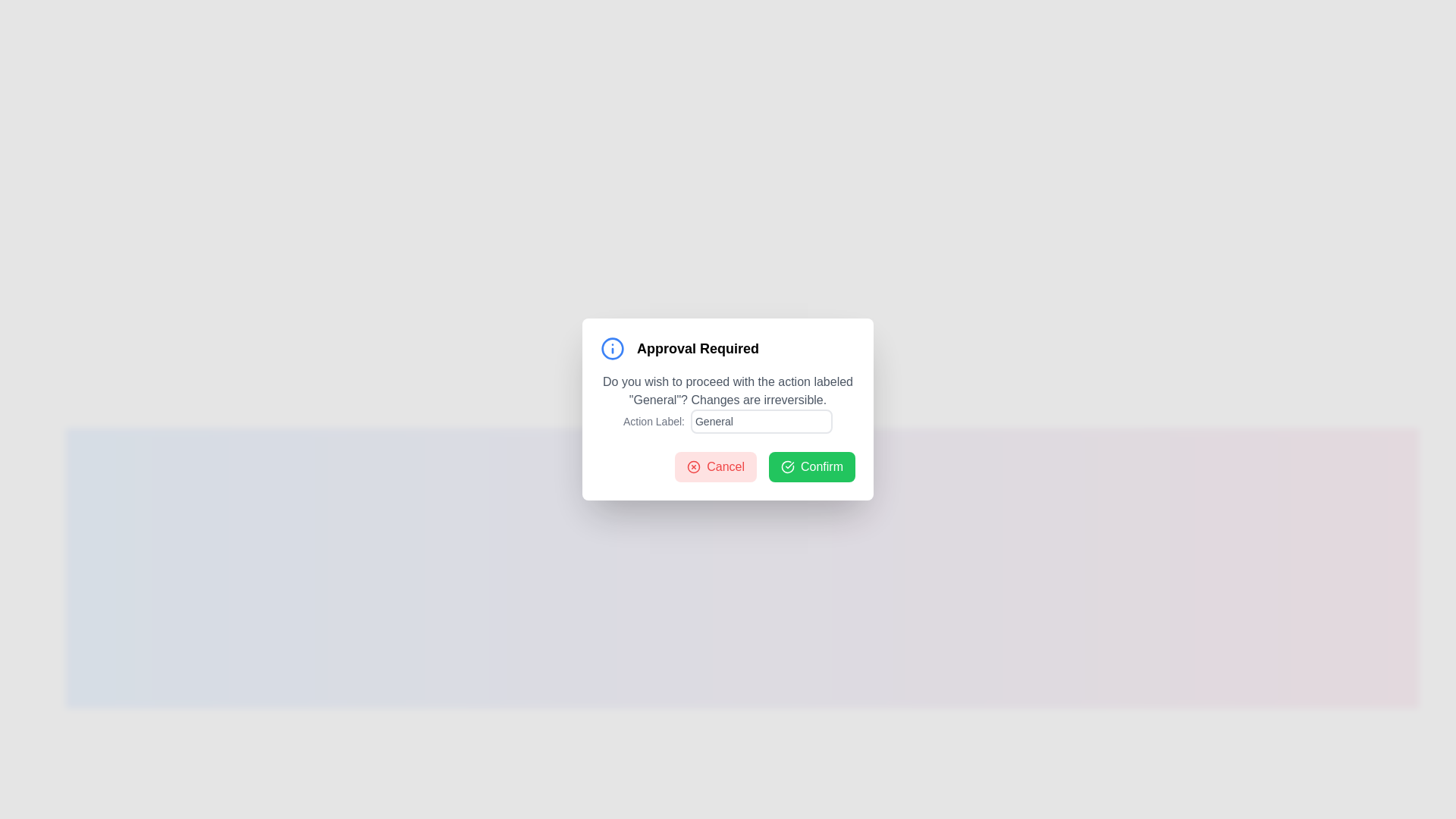  Describe the element at coordinates (715, 466) in the screenshot. I see `the 'Cancel' button located in the bottom-right section of the modal dialog` at that location.